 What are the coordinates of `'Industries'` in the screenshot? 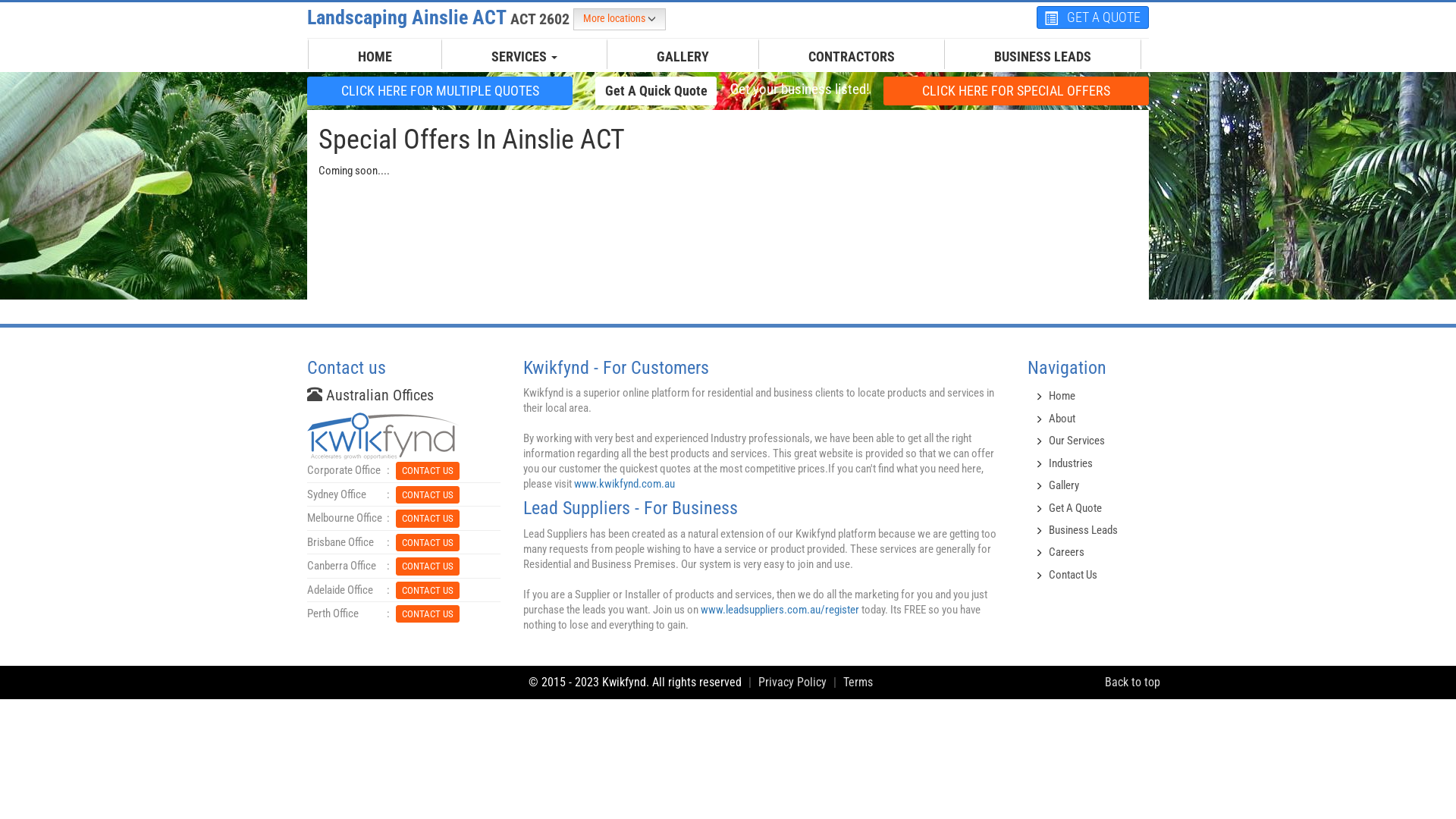 It's located at (1069, 462).